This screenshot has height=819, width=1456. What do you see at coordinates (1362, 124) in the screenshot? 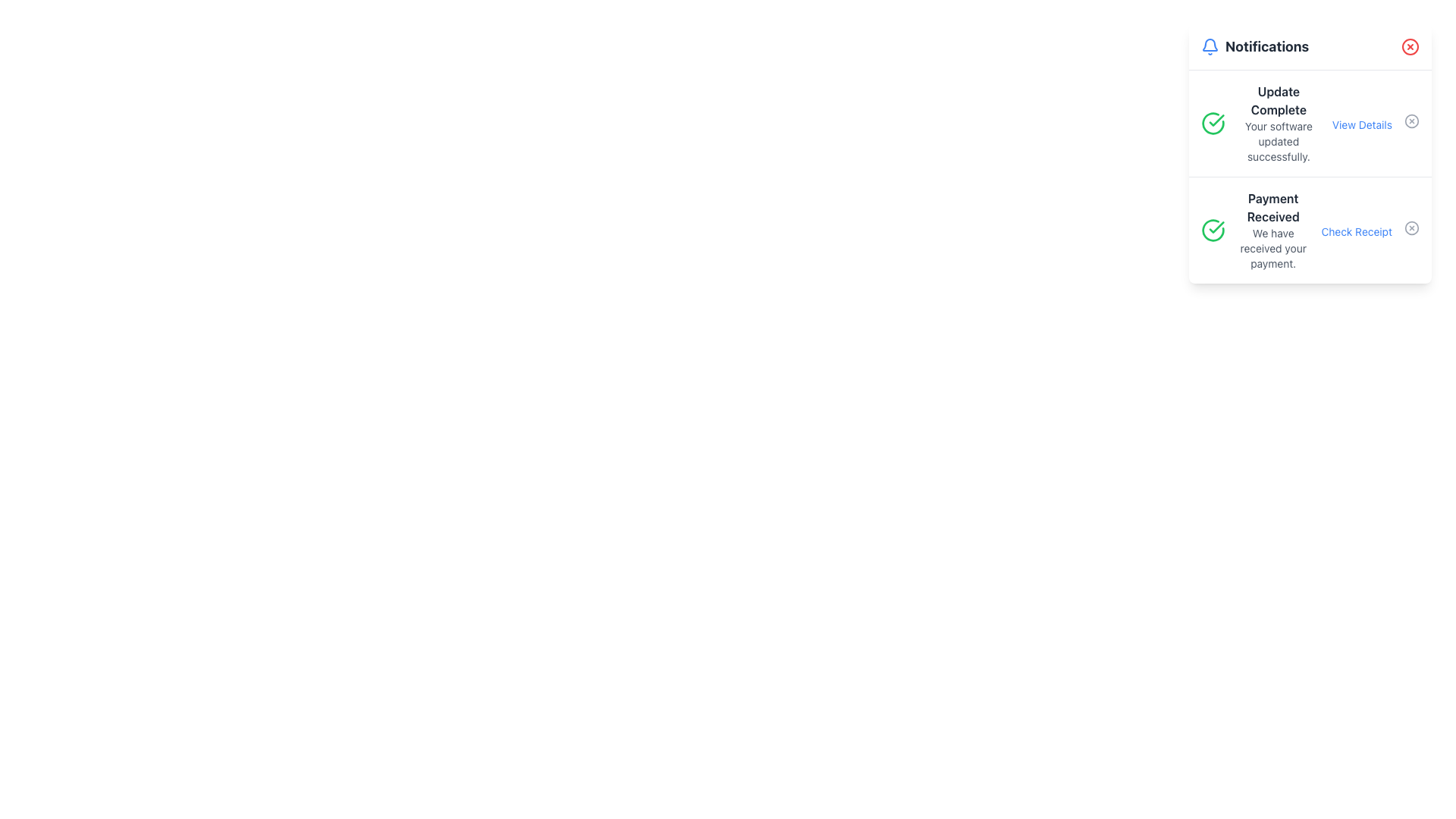
I see `the clickable link displaying 'View Details'` at bounding box center [1362, 124].